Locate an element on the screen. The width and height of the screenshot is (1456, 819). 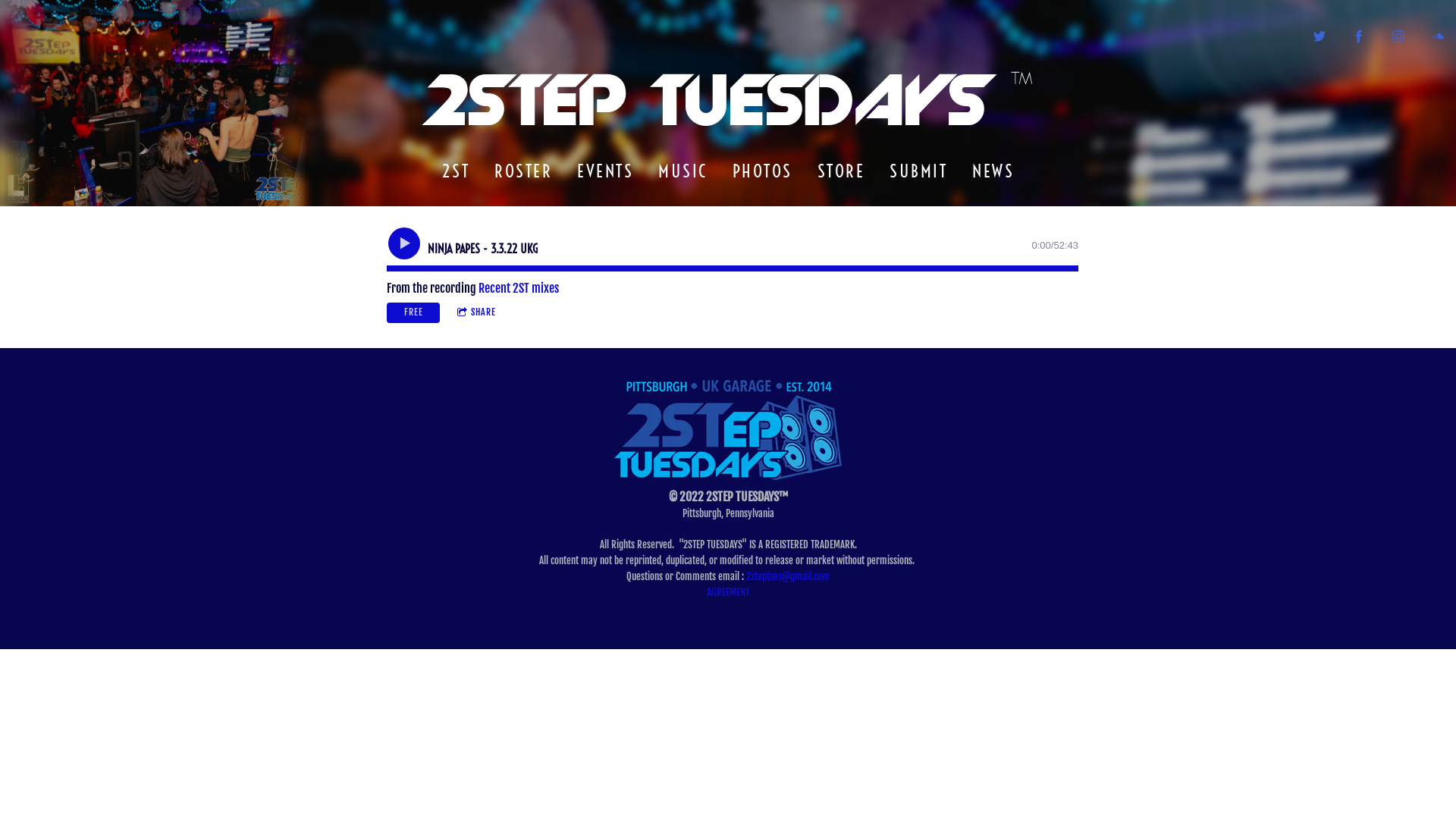
'2ST' is located at coordinates (454, 170).